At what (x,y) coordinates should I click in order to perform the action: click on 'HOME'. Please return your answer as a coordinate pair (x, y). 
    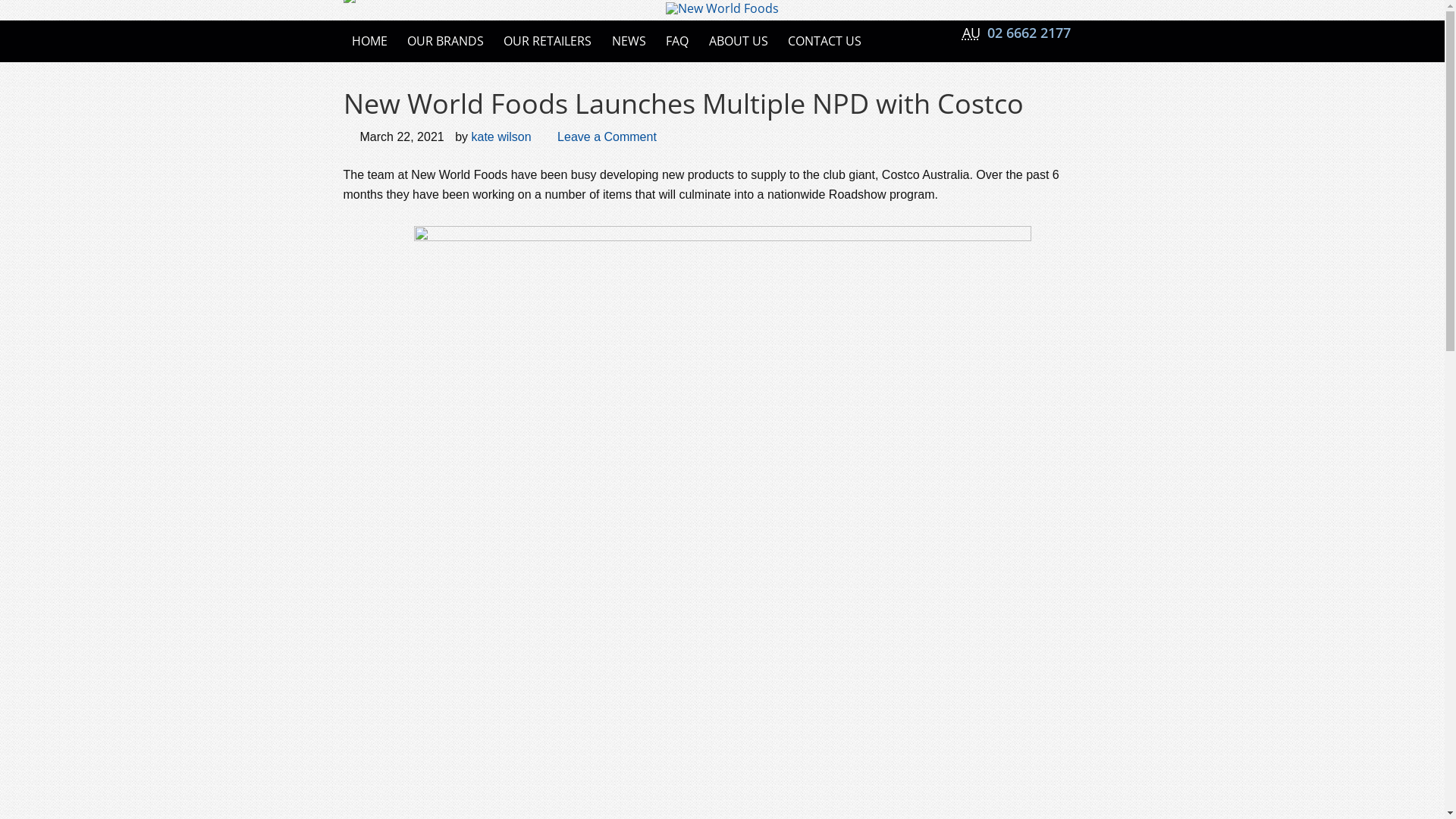
    Looking at the image, I should click on (369, 40).